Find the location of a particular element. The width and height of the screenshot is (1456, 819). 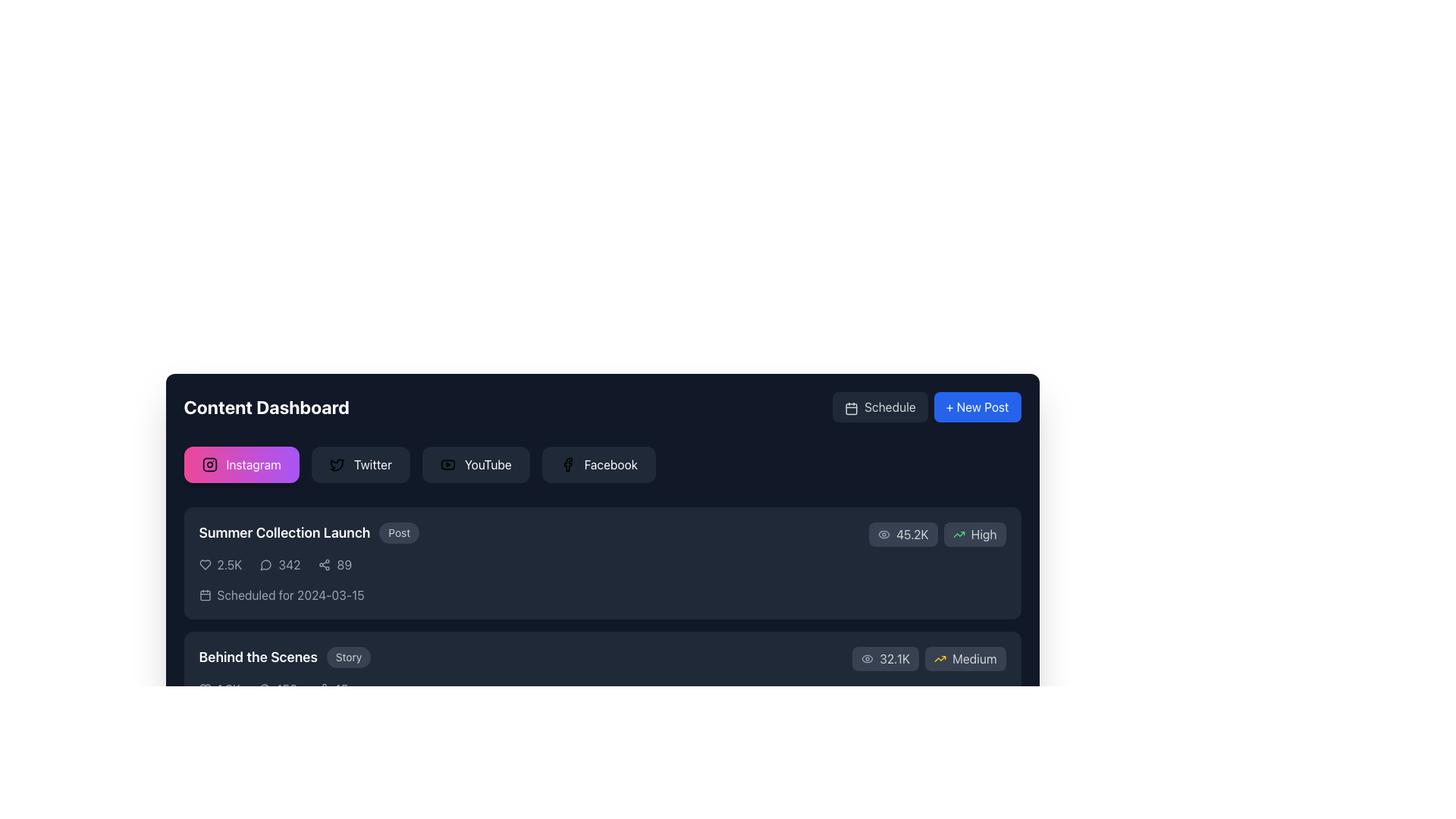

the calendar icon, which is a minimal, monochromatic square outline with a header and grid shapes, located to the left of the text 'Scheduled for 2024-03-15' is located at coordinates (204, 595).